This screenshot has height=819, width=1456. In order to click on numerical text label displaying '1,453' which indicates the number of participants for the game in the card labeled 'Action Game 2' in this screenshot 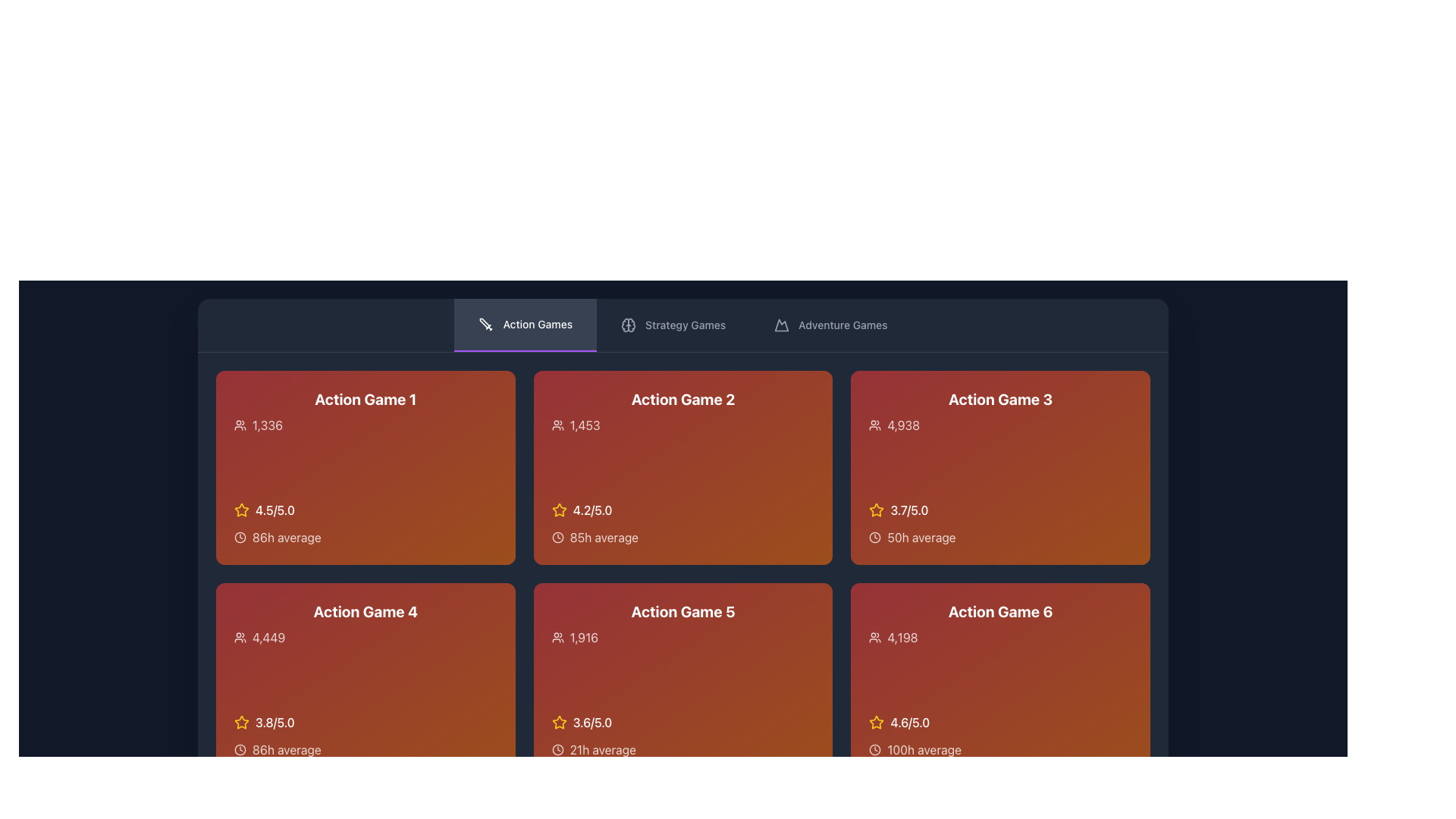, I will do `click(584, 425)`.